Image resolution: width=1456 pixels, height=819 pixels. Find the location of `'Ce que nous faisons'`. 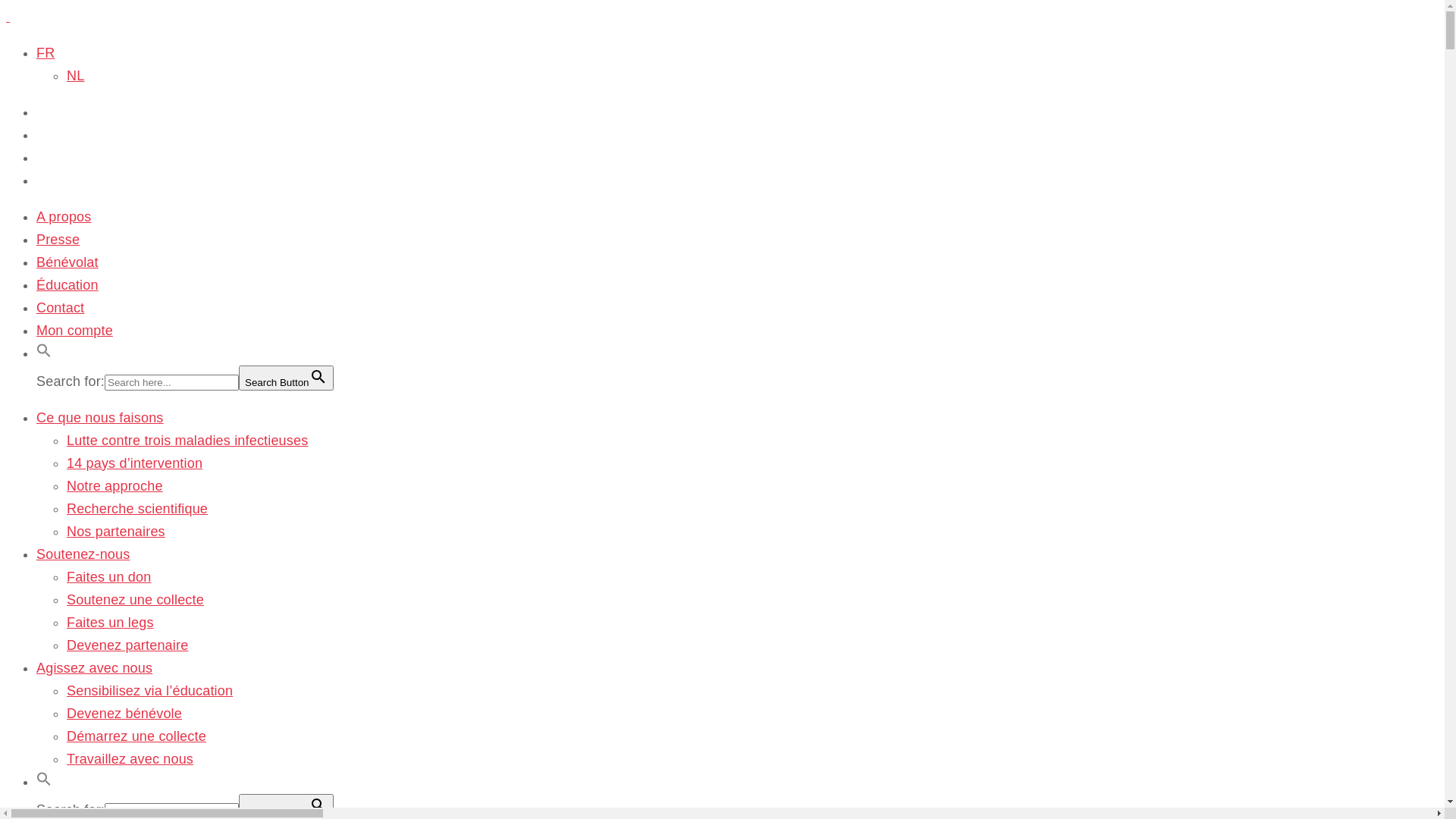

'Ce que nous faisons' is located at coordinates (99, 418).